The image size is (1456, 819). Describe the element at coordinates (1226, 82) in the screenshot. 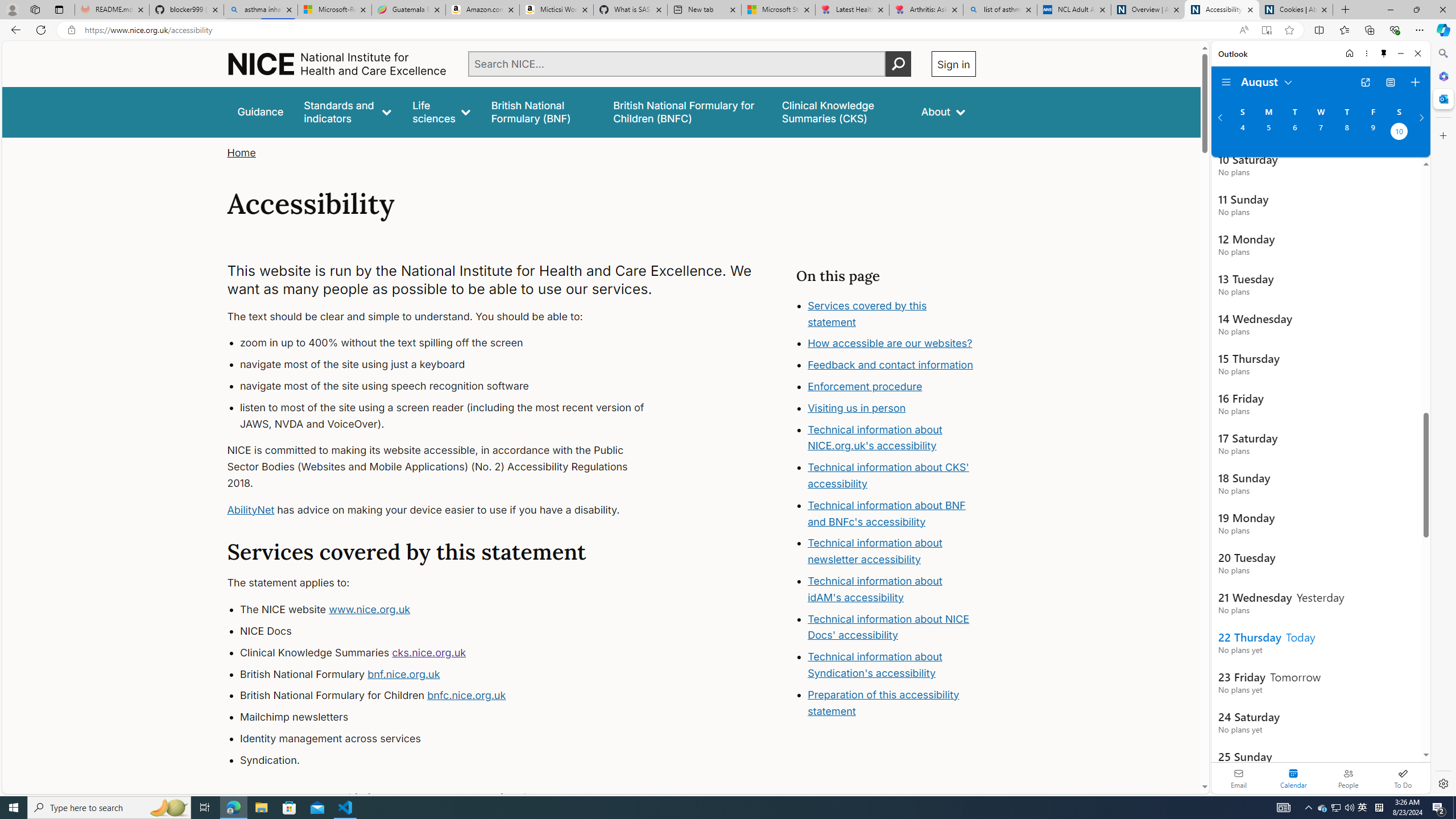

I see `'Folder navigation'` at that location.